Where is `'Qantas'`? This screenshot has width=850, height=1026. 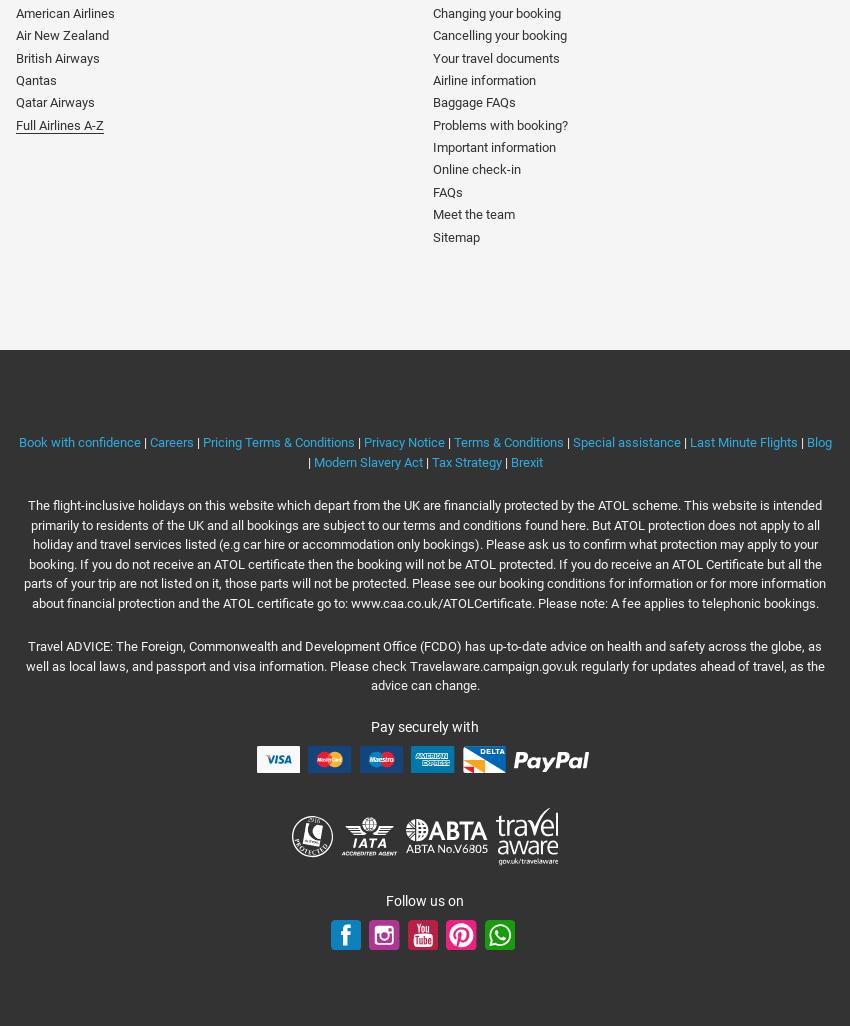 'Qantas' is located at coordinates (35, 78).